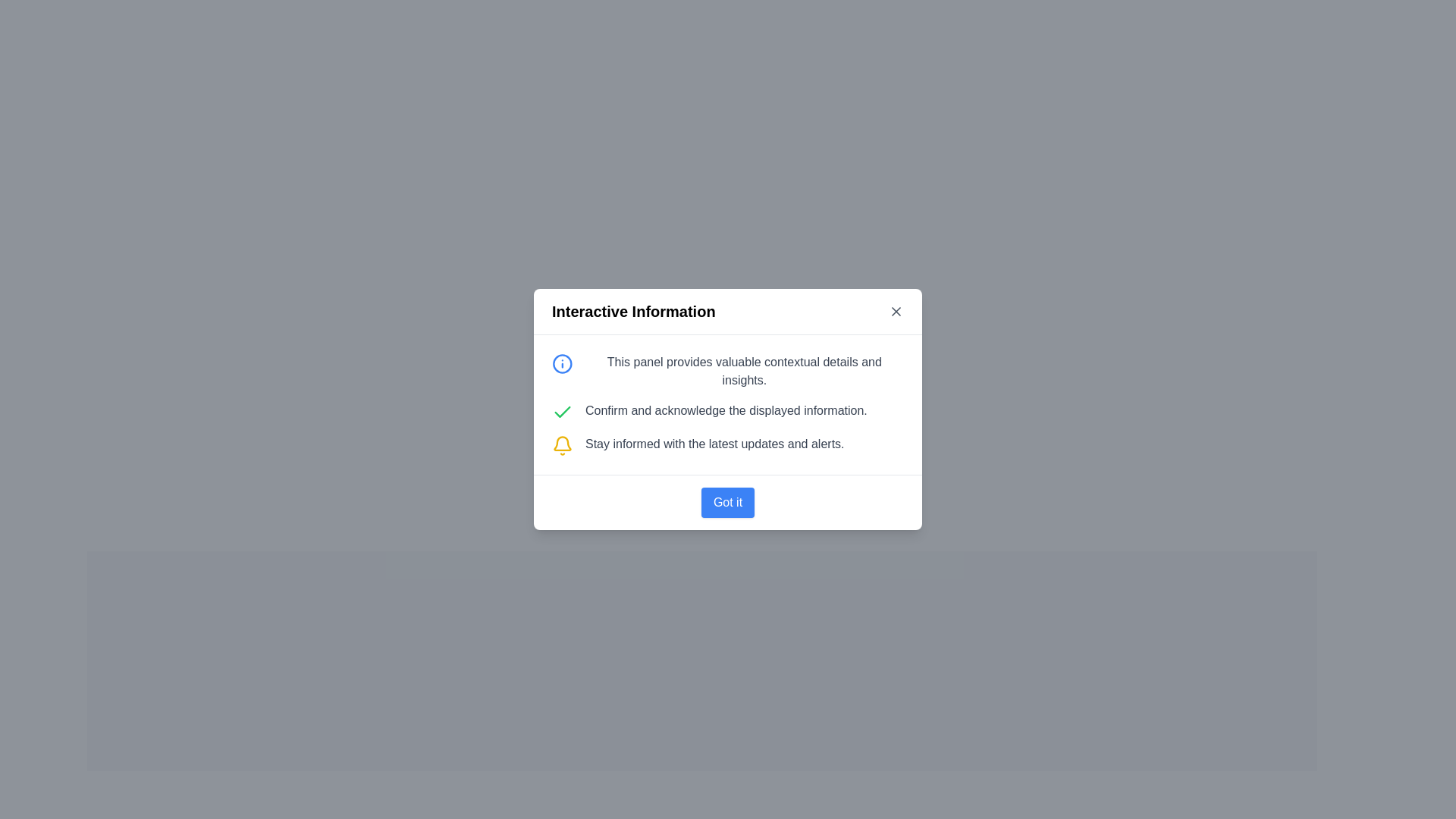 The height and width of the screenshot is (819, 1456). Describe the element at coordinates (714, 444) in the screenshot. I see `static text block displaying the message 'Stay informed with the latest updates and alerts.' which is styled in gray color and located to the right of a bell icon in the lower part of the modal` at that location.